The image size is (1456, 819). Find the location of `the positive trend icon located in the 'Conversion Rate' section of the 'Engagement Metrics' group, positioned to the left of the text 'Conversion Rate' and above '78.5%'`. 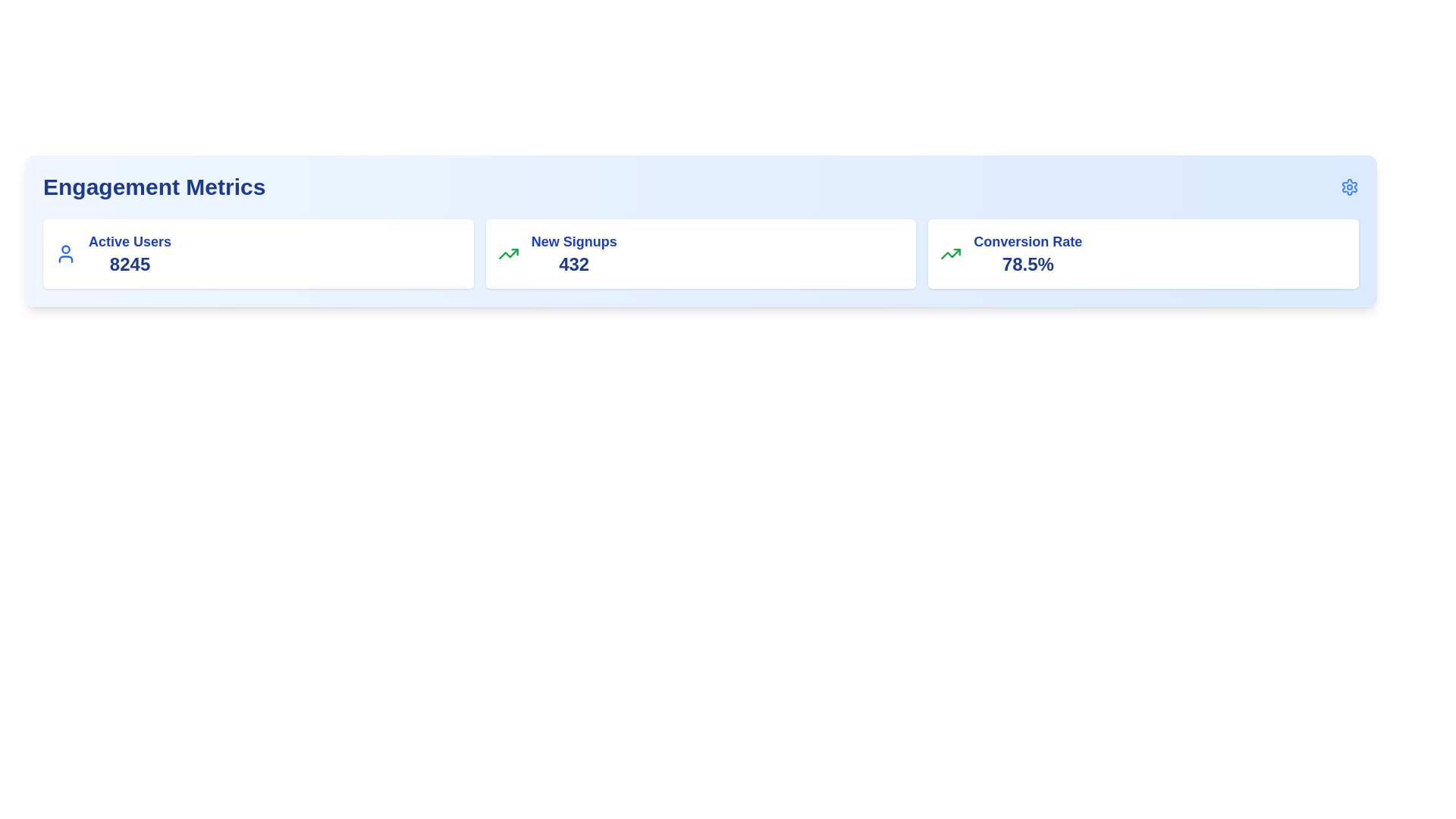

the positive trend icon located in the 'Conversion Rate' section of the 'Engagement Metrics' group, positioned to the left of the text 'Conversion Rate' and above '78.5%' is located at coordinates (950, 253).